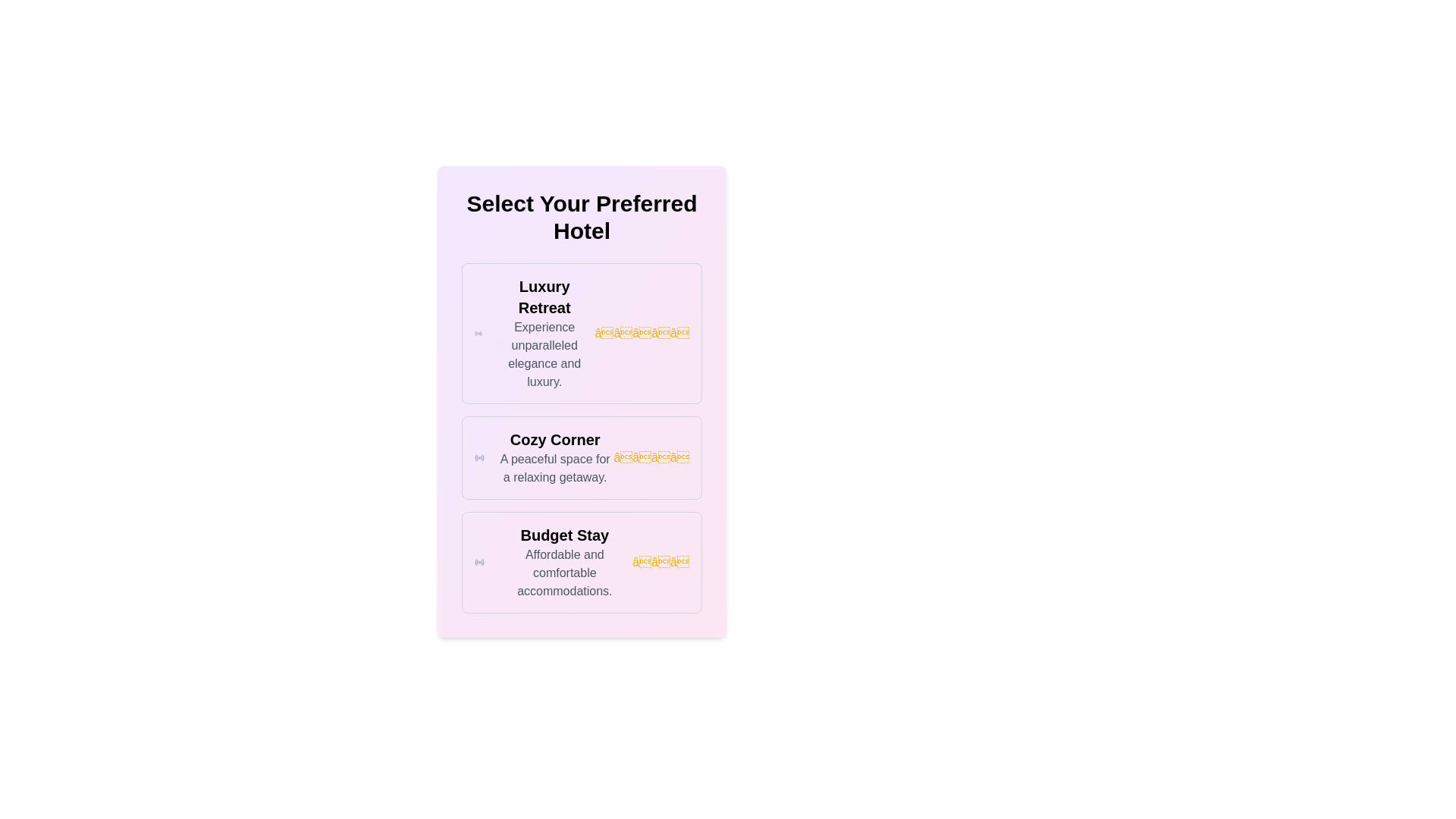 The width and height of the screenshot is (1456, 819). I want to click on the Rating Indicator for the 'Budget Stay' option, located at the bottom-right corner of the card below the description 'Affordable and comfortable accommodations.', so click(661, 562).